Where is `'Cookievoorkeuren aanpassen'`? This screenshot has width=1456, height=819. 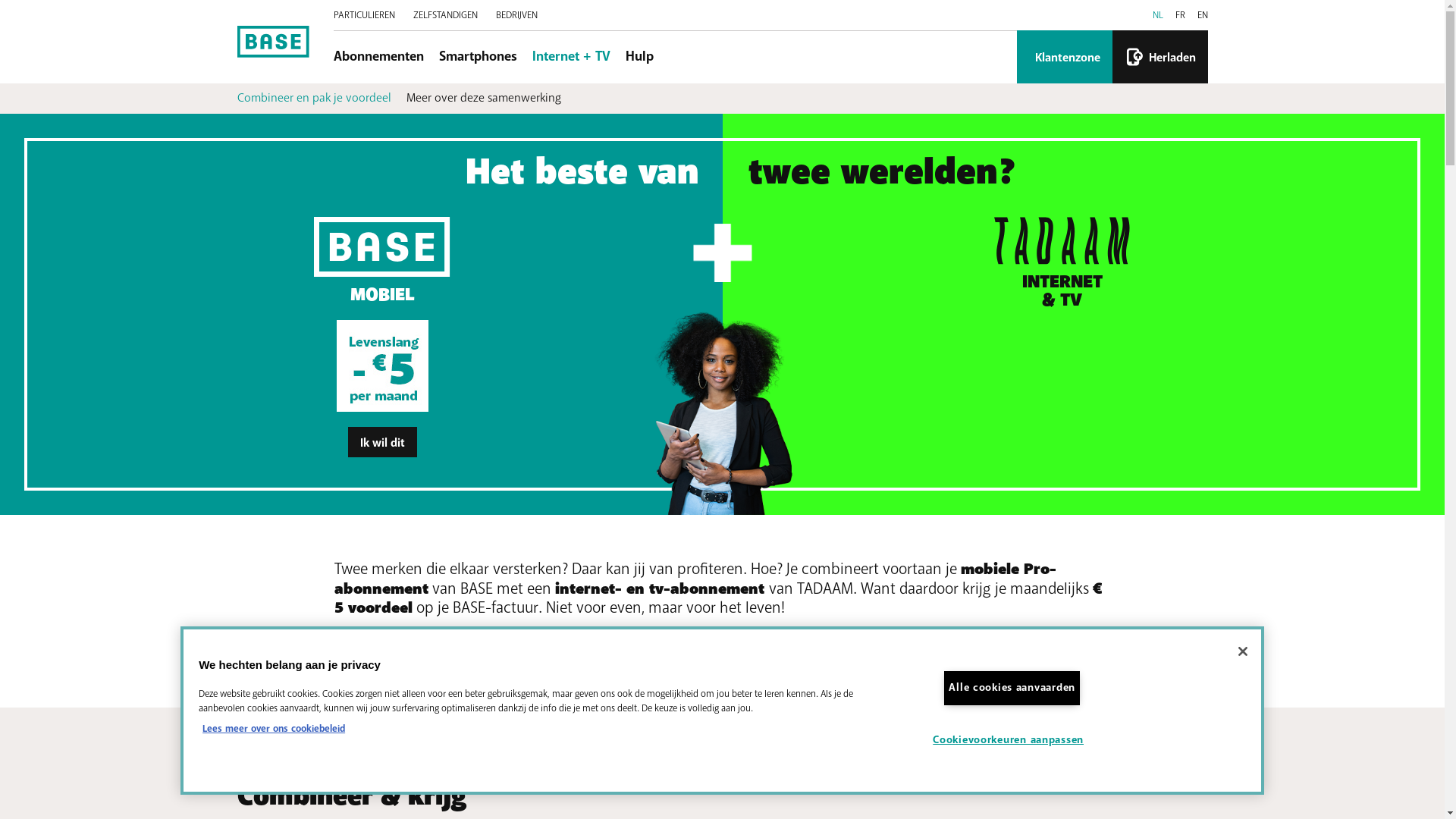
'Cookievoorkeuren aanpassen' is located at coordinates (1012, 739).